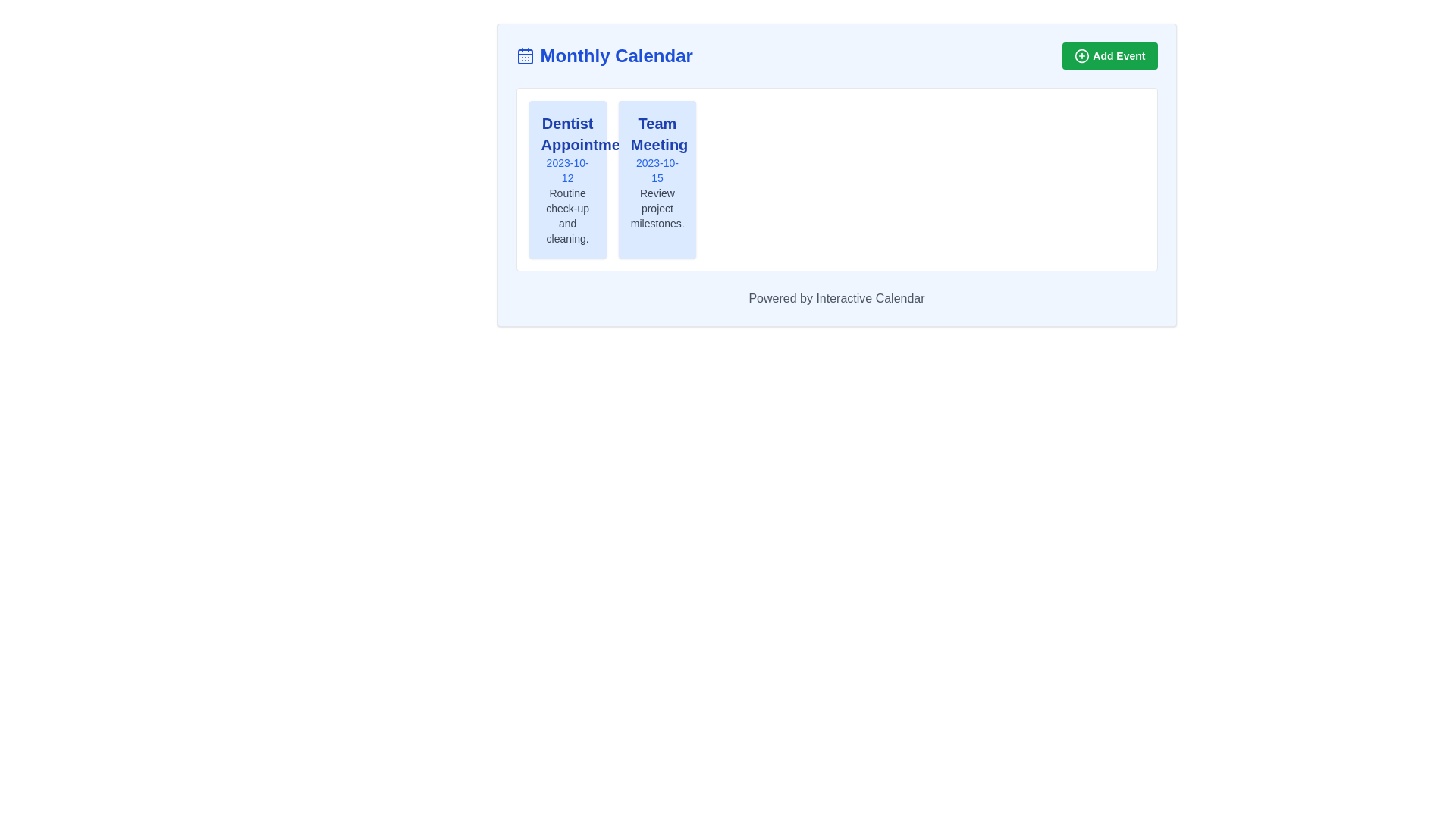  I want to click on the event card titled 'Dentist Appointment', which has a light blue background and contains a date and description, located at the upper-left side of the visible section, so click(566, 178).